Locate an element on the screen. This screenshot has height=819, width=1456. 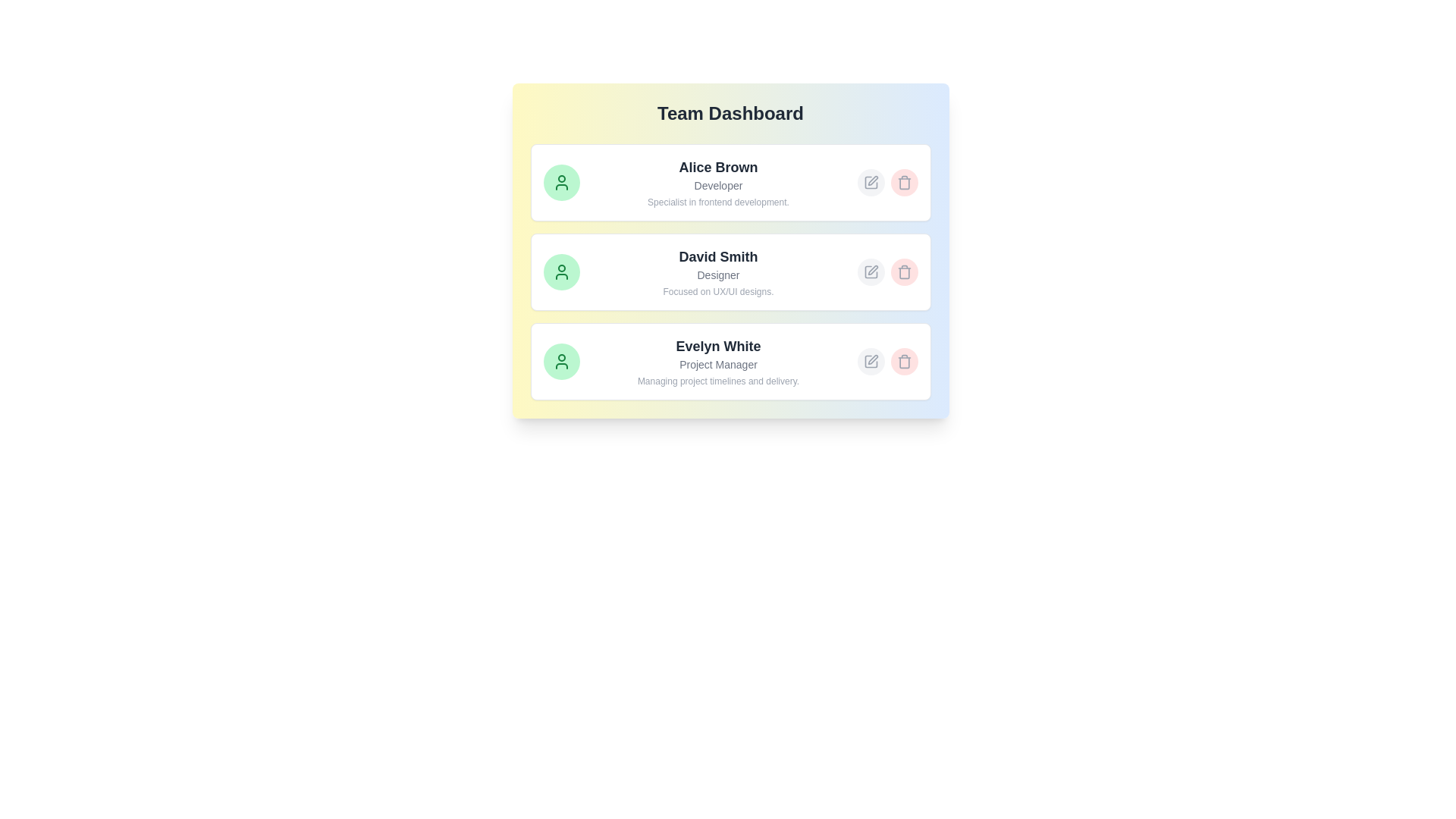
the delete button for 'Evelyn White' is located at coordinates (904, 362).